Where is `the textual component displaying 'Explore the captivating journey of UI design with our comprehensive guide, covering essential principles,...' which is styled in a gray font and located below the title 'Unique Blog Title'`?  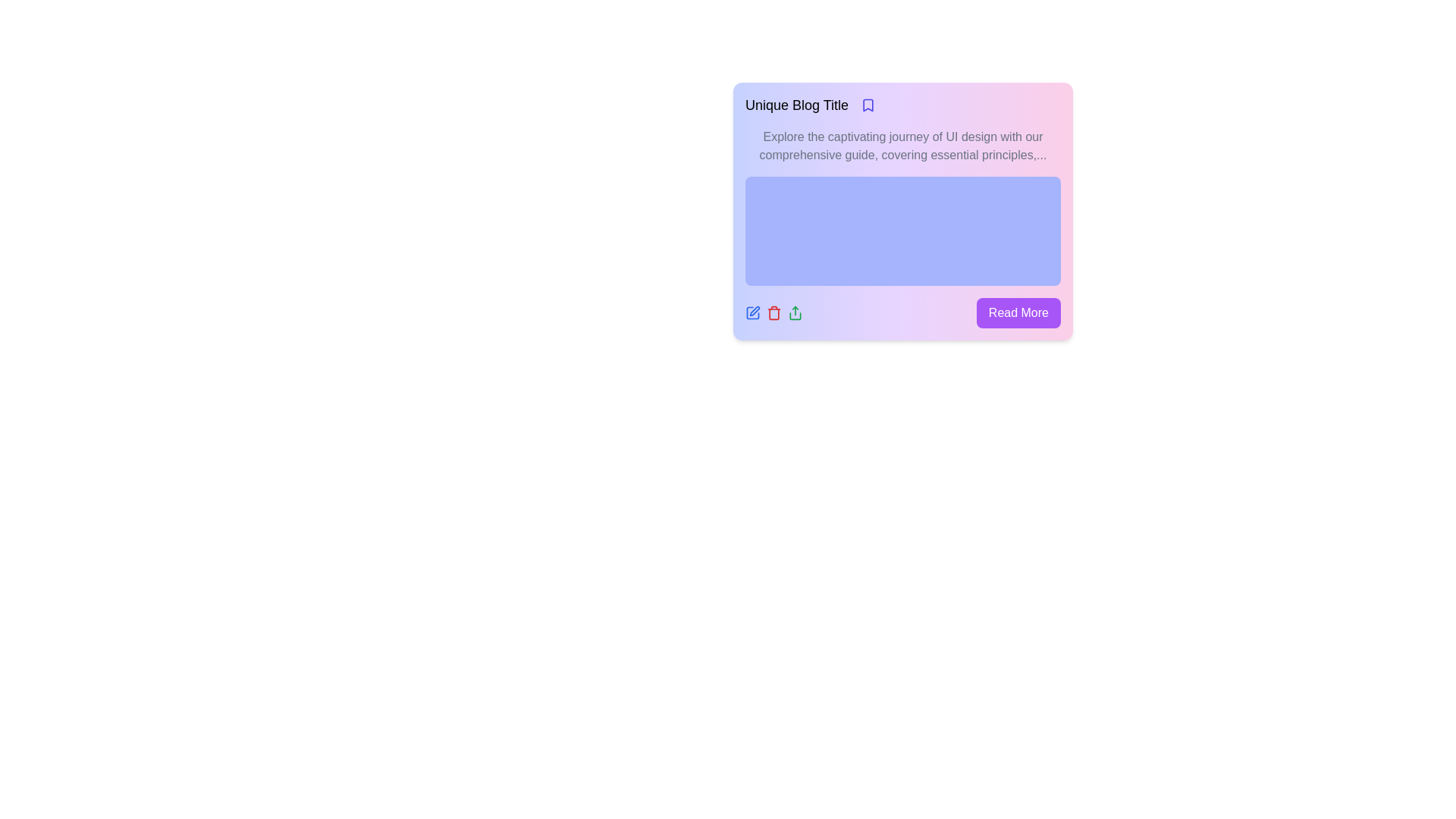 the textual component displaying 'Explore the captivating journey of UI design with our comprehensive guide, covering essential principles,...' which is styled in a gray font and located below the title 'Unique Blog Title' is located at coordinates (902, 146).